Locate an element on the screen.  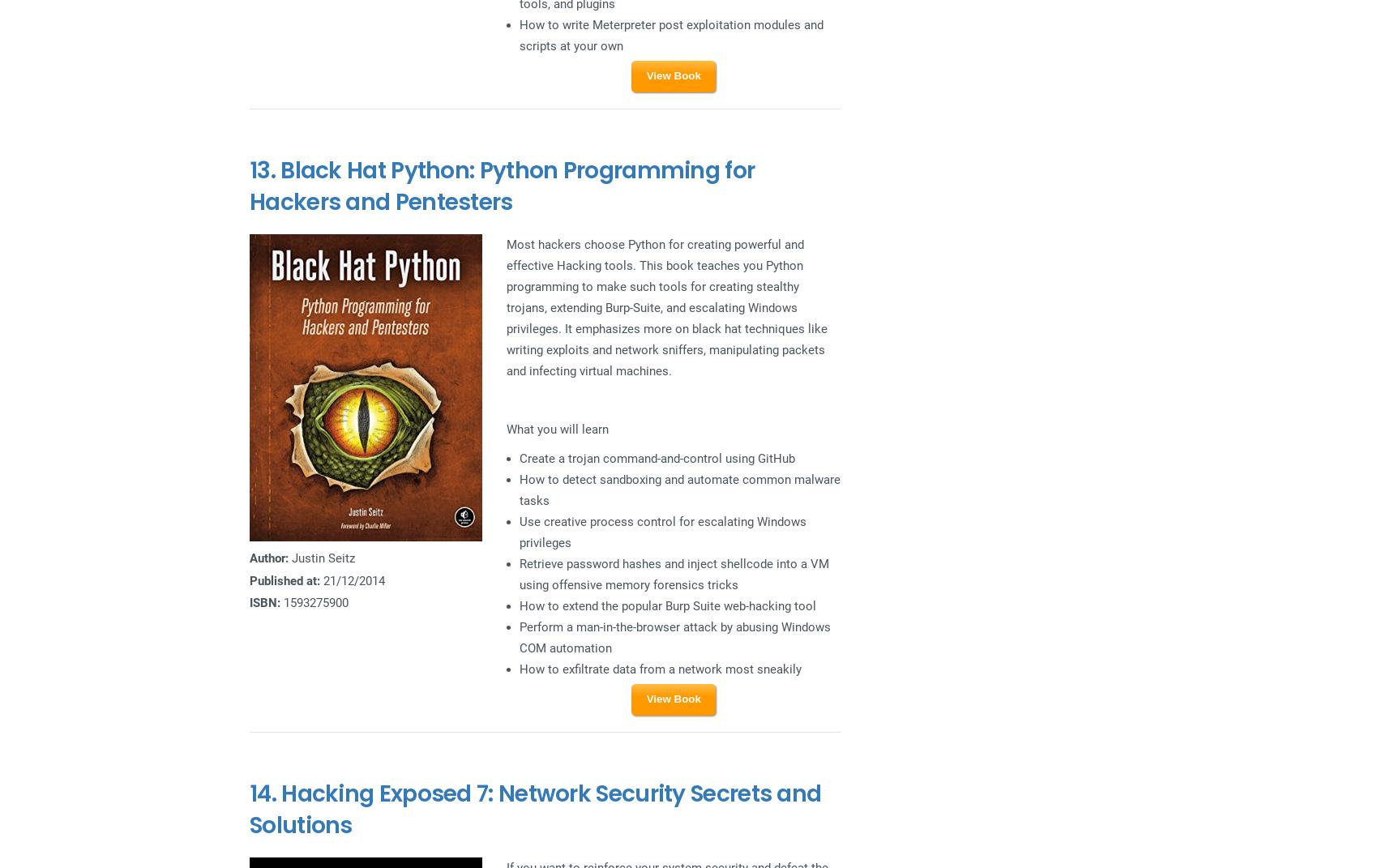
'How to exfiltrate data from a network most sneakily' is located at coordinates (658, 667).